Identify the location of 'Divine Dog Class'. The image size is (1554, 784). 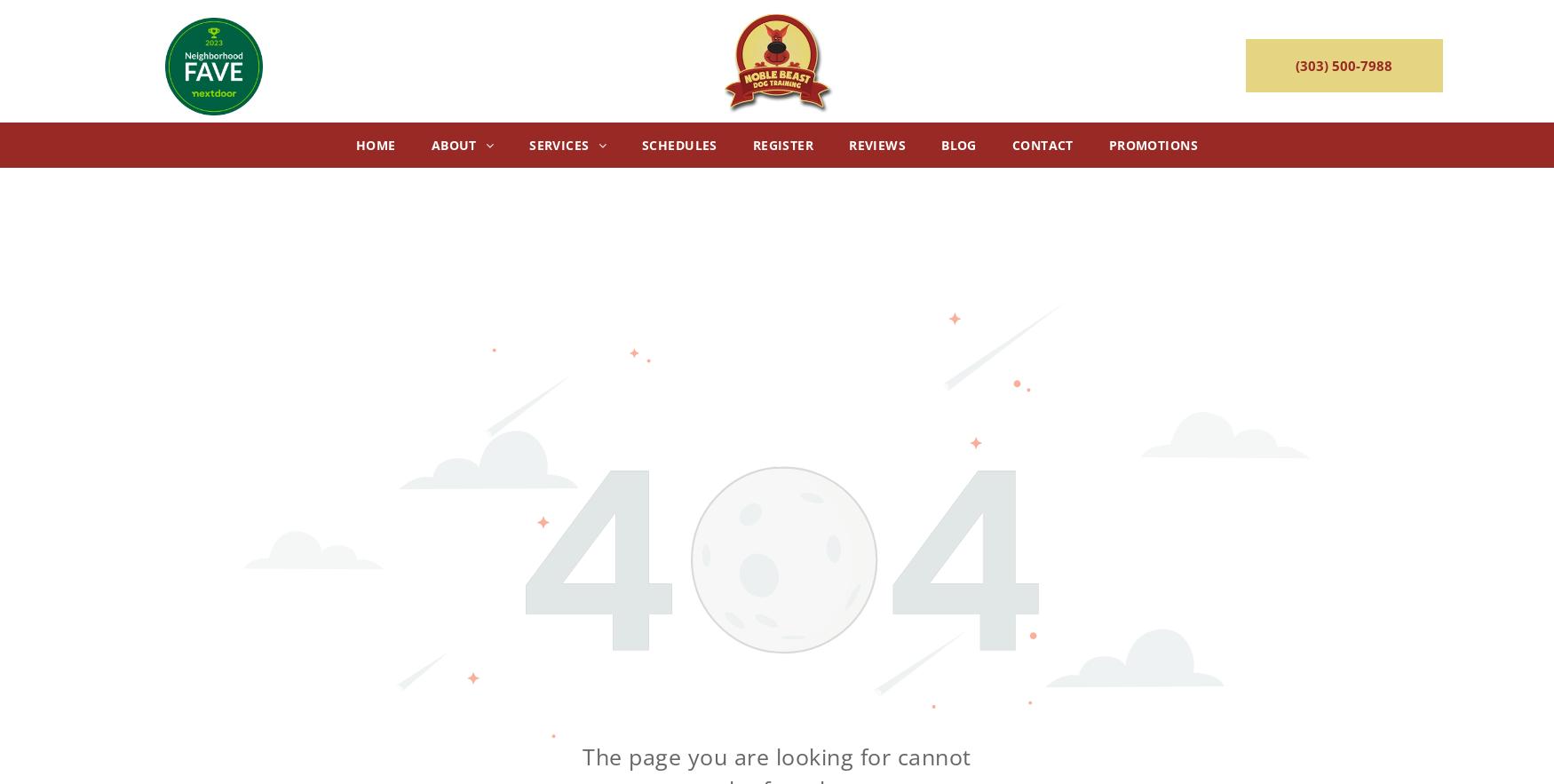
(754, 300).